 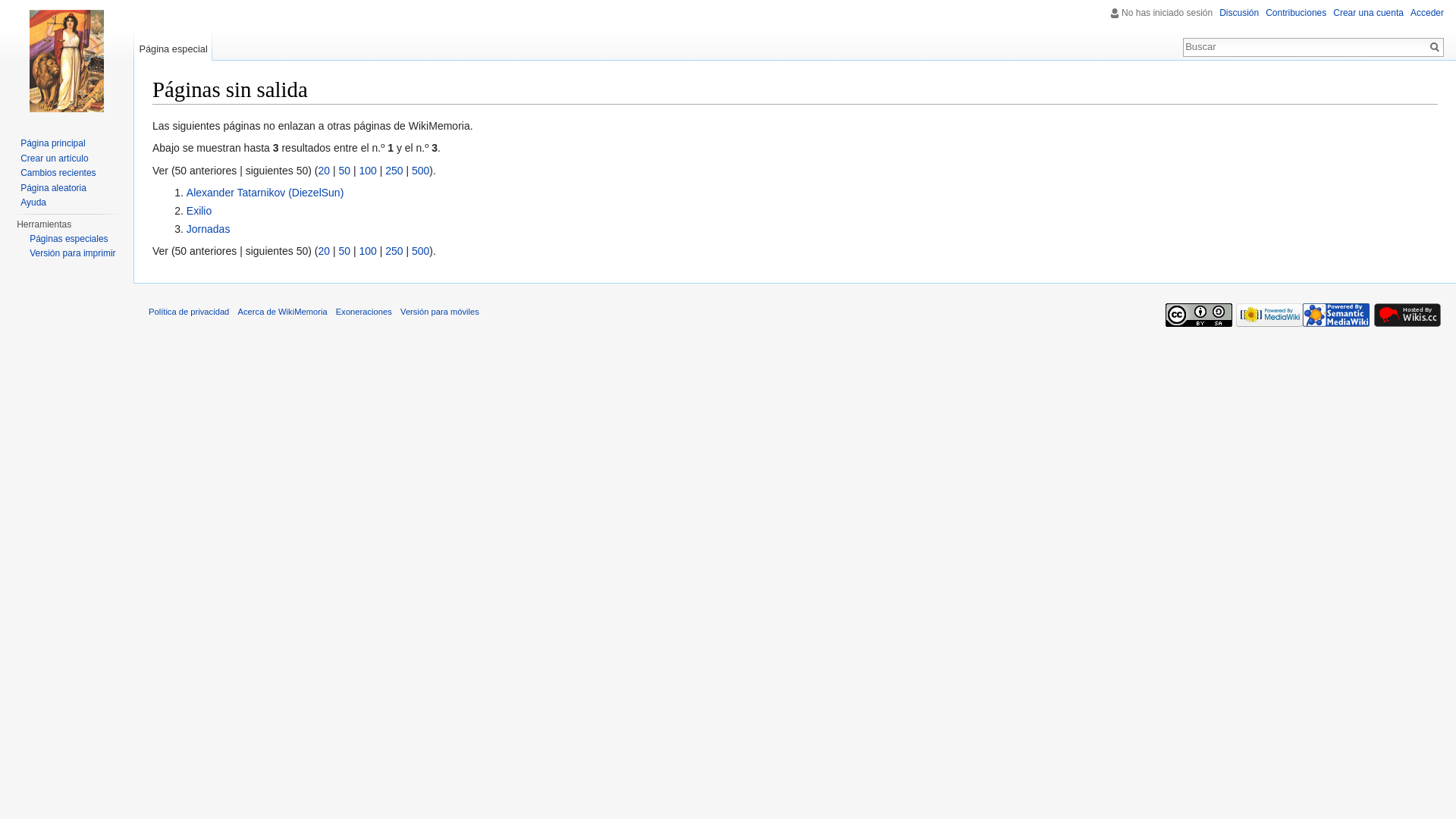 I want to click on 'Ayuda', so click(x=33, y=201).